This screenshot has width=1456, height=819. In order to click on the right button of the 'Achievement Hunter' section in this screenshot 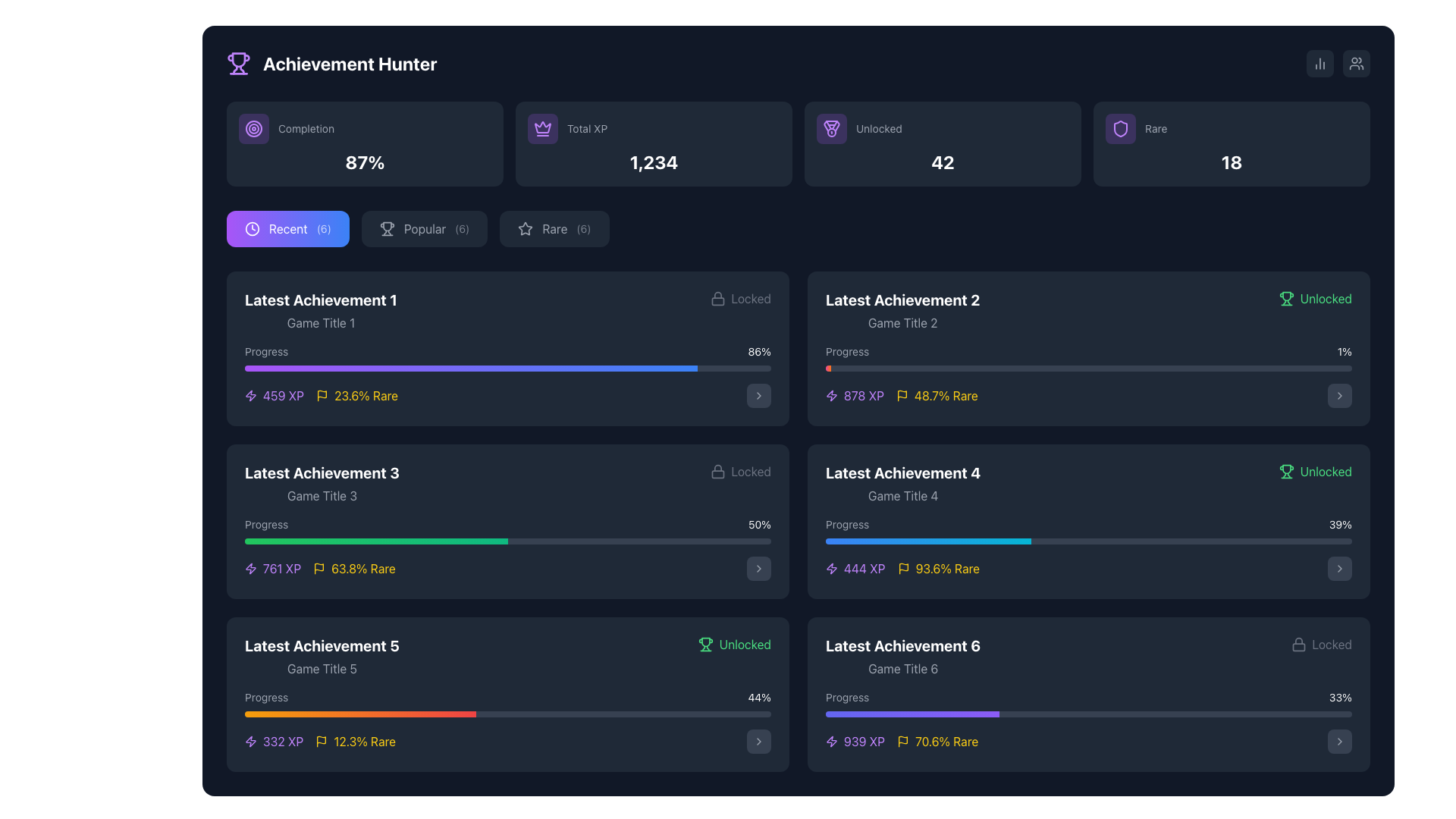, I will do `click(1338, 63)`.